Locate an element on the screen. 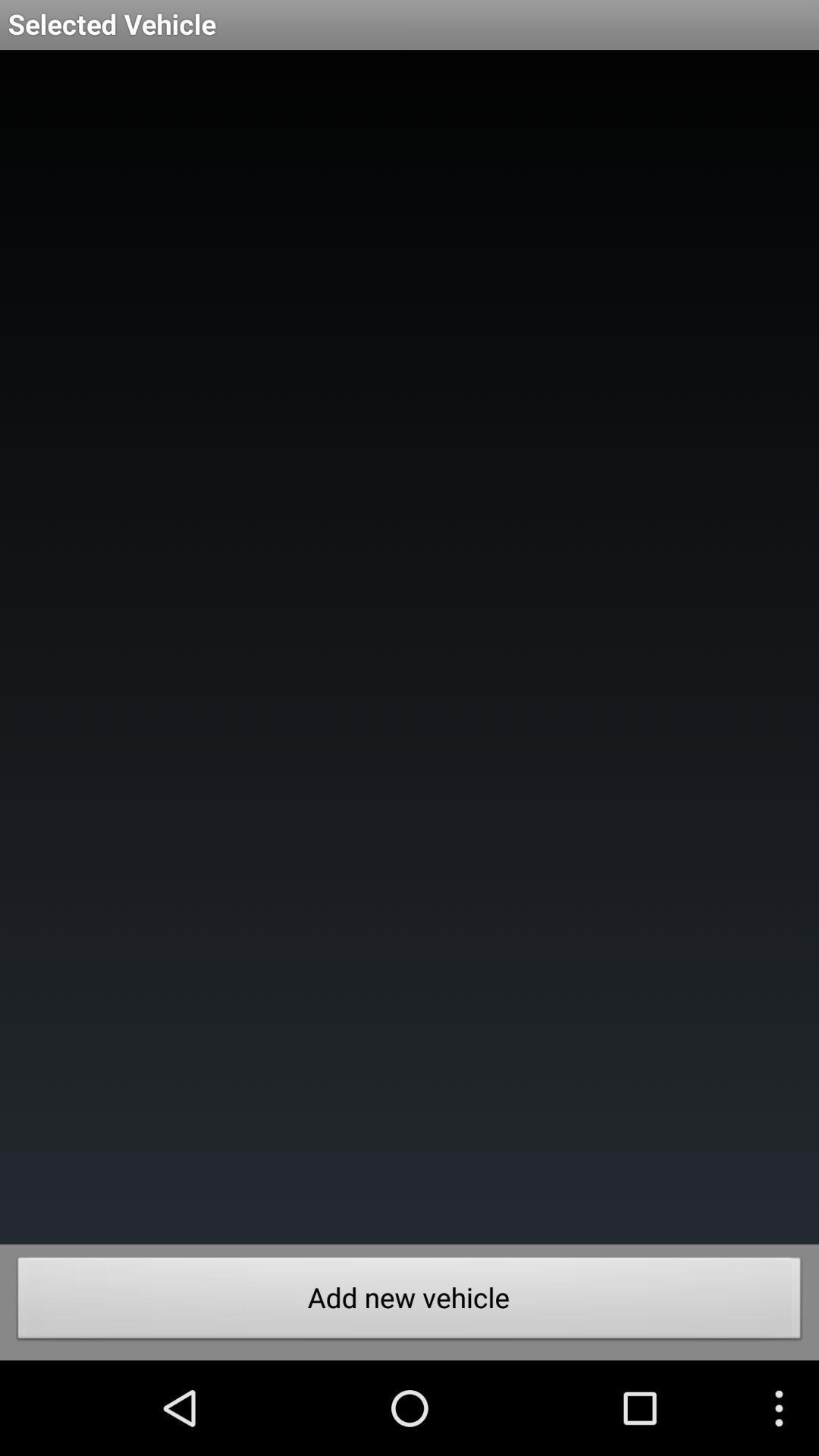 The height and width of the screenshot is (1456, 819). the add new vehicle is located at coordinates (409, 1301).